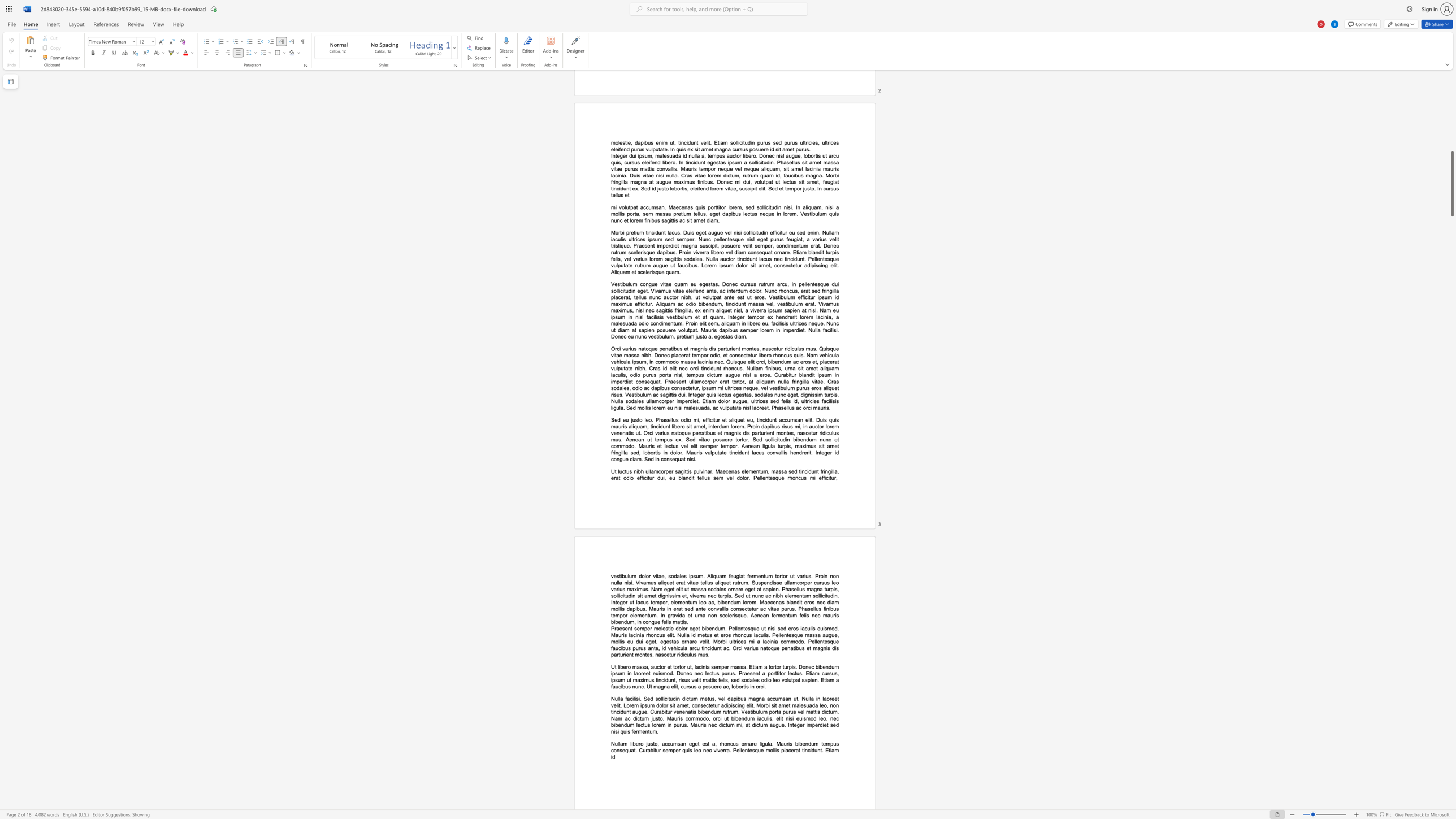 The height and width of the screenshot is (819, 1456). Describe the element at coordinates (701, 583) in the screenshot. I see `the subset text "ellus aliquet rutrum. Suspe" within the text "vestibulum dolor vitae, sodales ipsum. Aliquam feugiat fermentum tortor ut varius. Proin non nulla nisi. Vivamus aliquet erat vitae tellus aliquet rutrum. Suspendisse ullamcorper cursus leo varius maximus. Nam eget elit ut massa sodales ornare eget at sapien. Phasellus magna turpis, sollicitudin sit amet dignissim et, viverra nec turpis. Sed ut nunc ac nibh elementum sollicitudin. Integer ut lacus tempor, elementum leo ac, bibendum lorem. Maecenas blandit eros nec diam mollis dapibus. Mauris in erat sed ante convallis consectetur ac vitae purus. Phasellus finibus tempor elementum. In gravida et urna non scelerisque. Aenean fermentum felis nec mauris bibendum, in congue felis mattis."` at that location.